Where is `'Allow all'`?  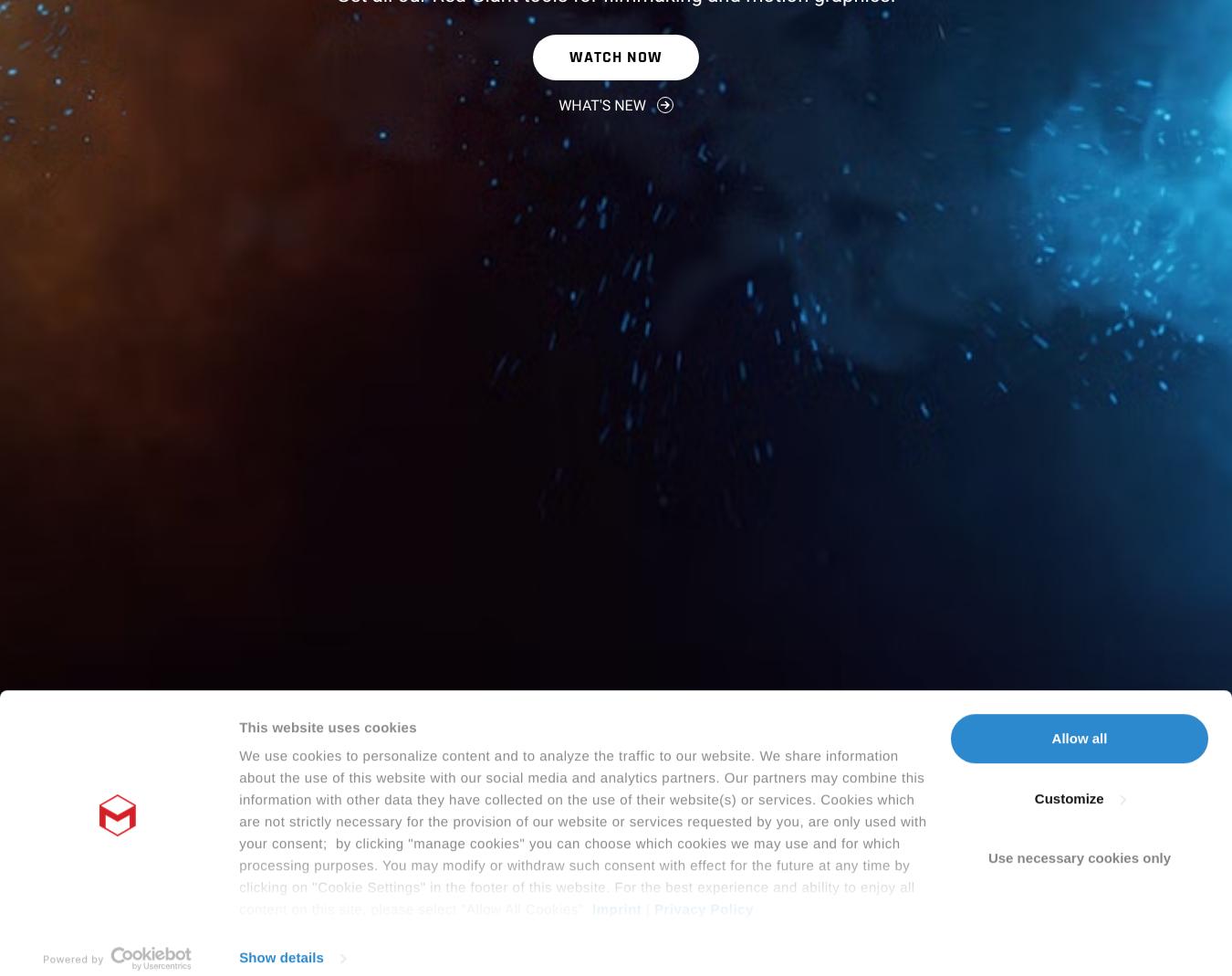 'Allow all' is located at coordinates (1078, 593).